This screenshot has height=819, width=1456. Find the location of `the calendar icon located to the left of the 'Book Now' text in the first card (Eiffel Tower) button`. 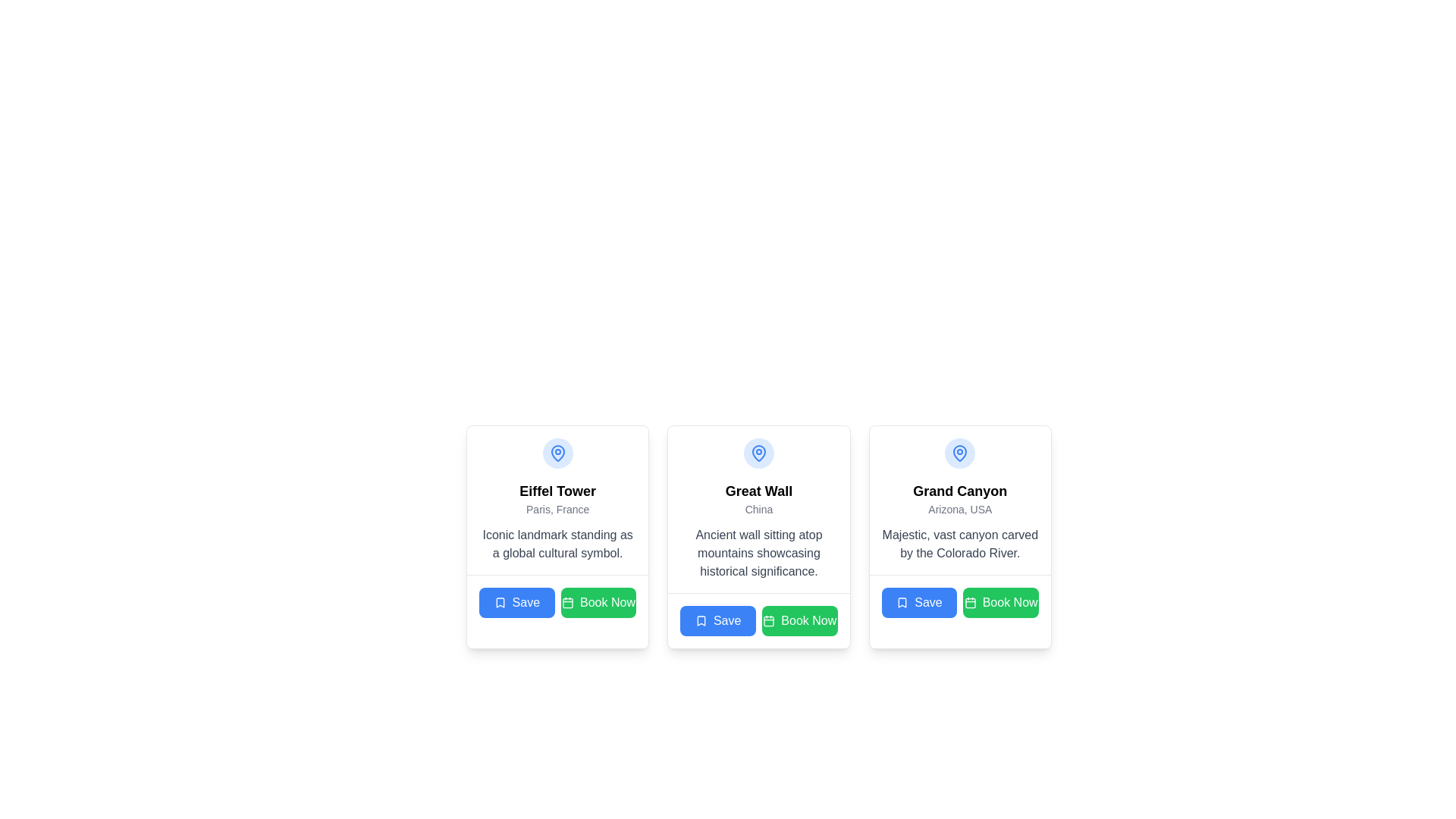

the calendar icon located to the left of the 'Book Now' text in the first card (Eiffel Tower) button is located at coordinates (566, 601).